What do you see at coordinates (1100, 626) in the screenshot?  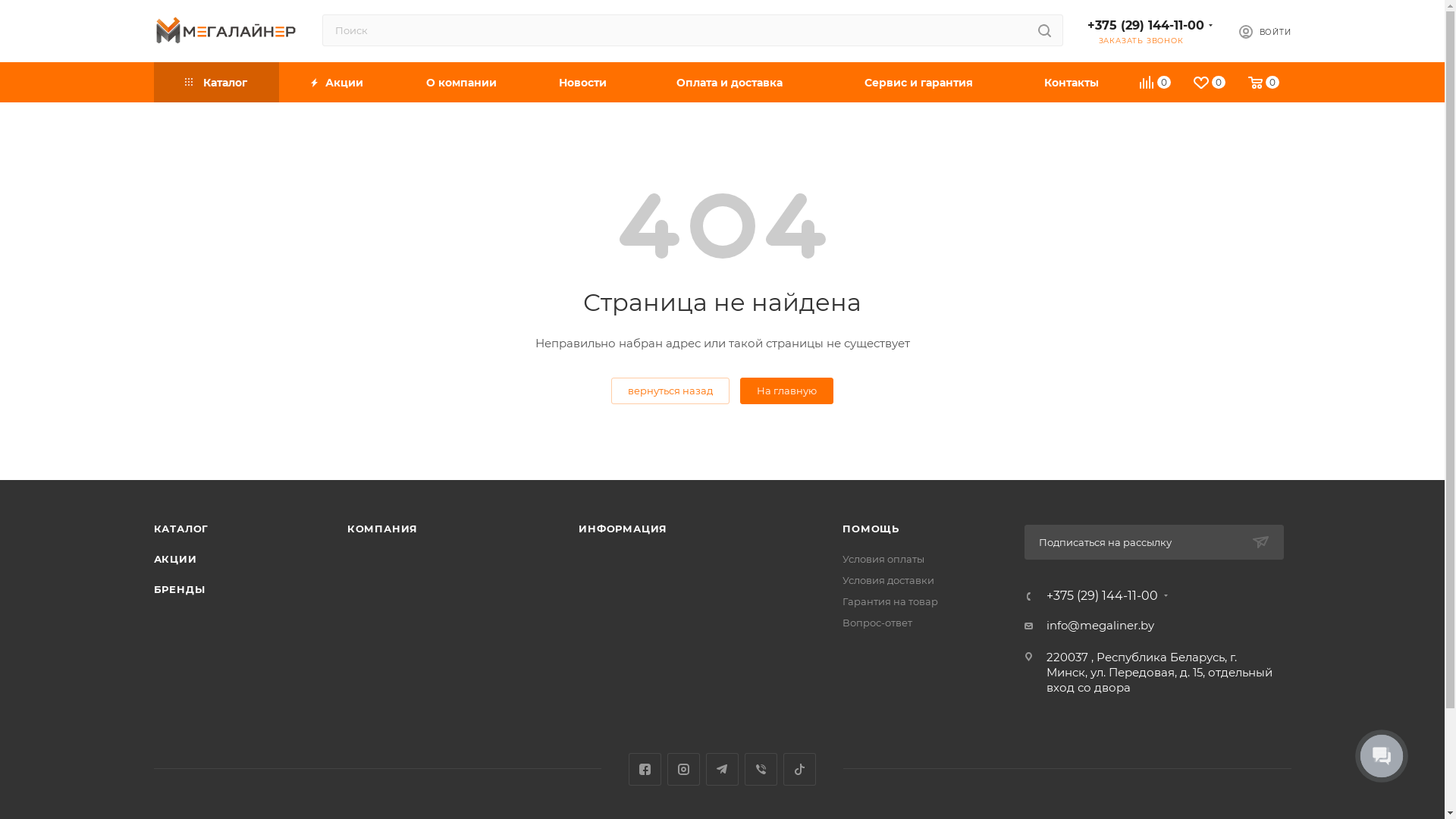 I see `'info@megaliner.by'` at bounding box center [1100, 626].